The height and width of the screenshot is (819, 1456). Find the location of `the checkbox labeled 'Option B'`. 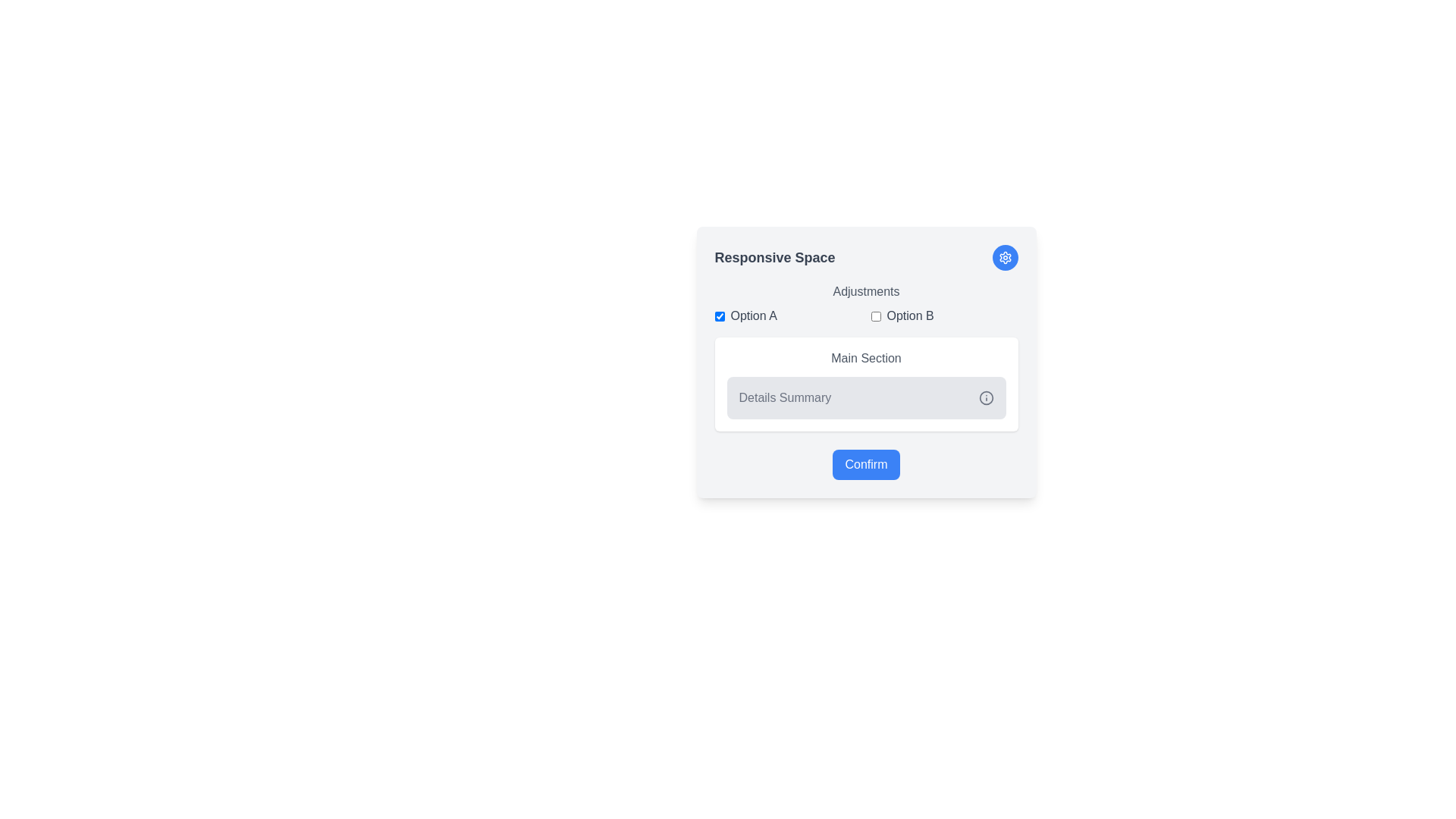

the checkbox labeled 'Option B' is located at coordinates (943, 315).